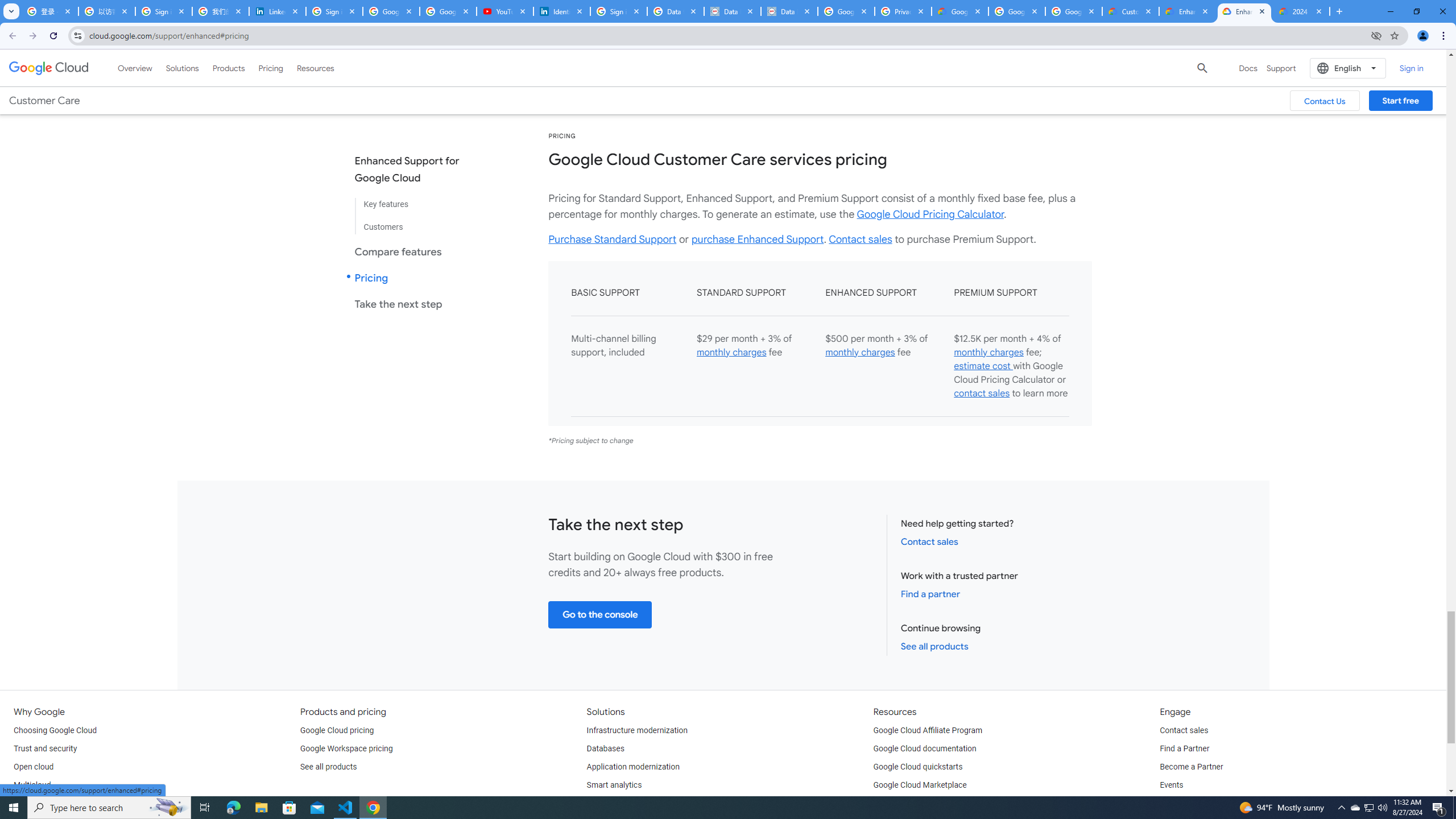 The image size is (1456, 819). Describe the element at coordinates (1187, 11) in the screenshot. I see `'Enhanced Support | Google Cloud'` at that location.